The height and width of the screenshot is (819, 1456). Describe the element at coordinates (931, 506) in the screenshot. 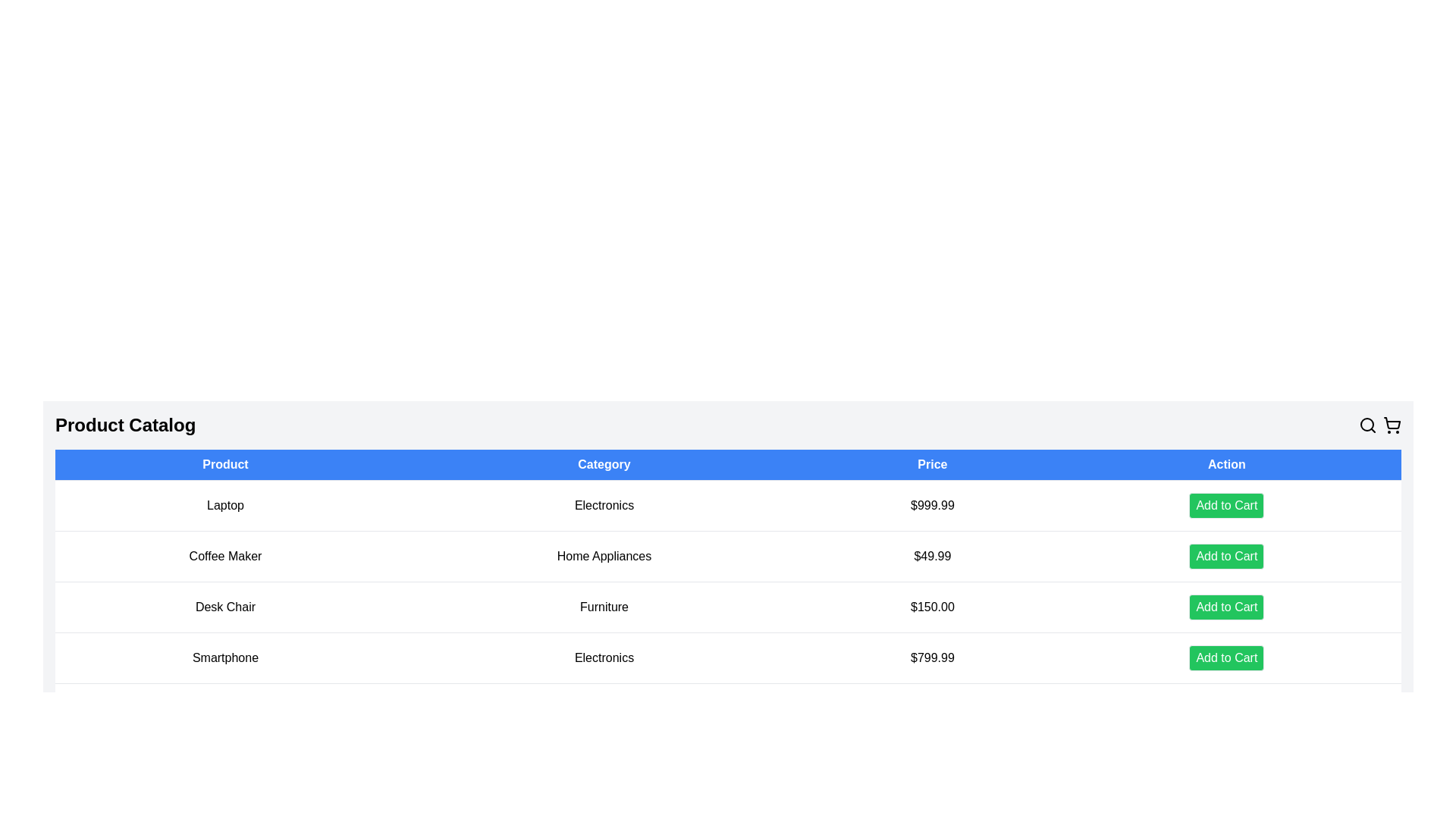

I see `the Text label displaying the price of the product, located in the first row under the 'Price' header, between 'Electronics' and 'Add to Cart'` at that location.